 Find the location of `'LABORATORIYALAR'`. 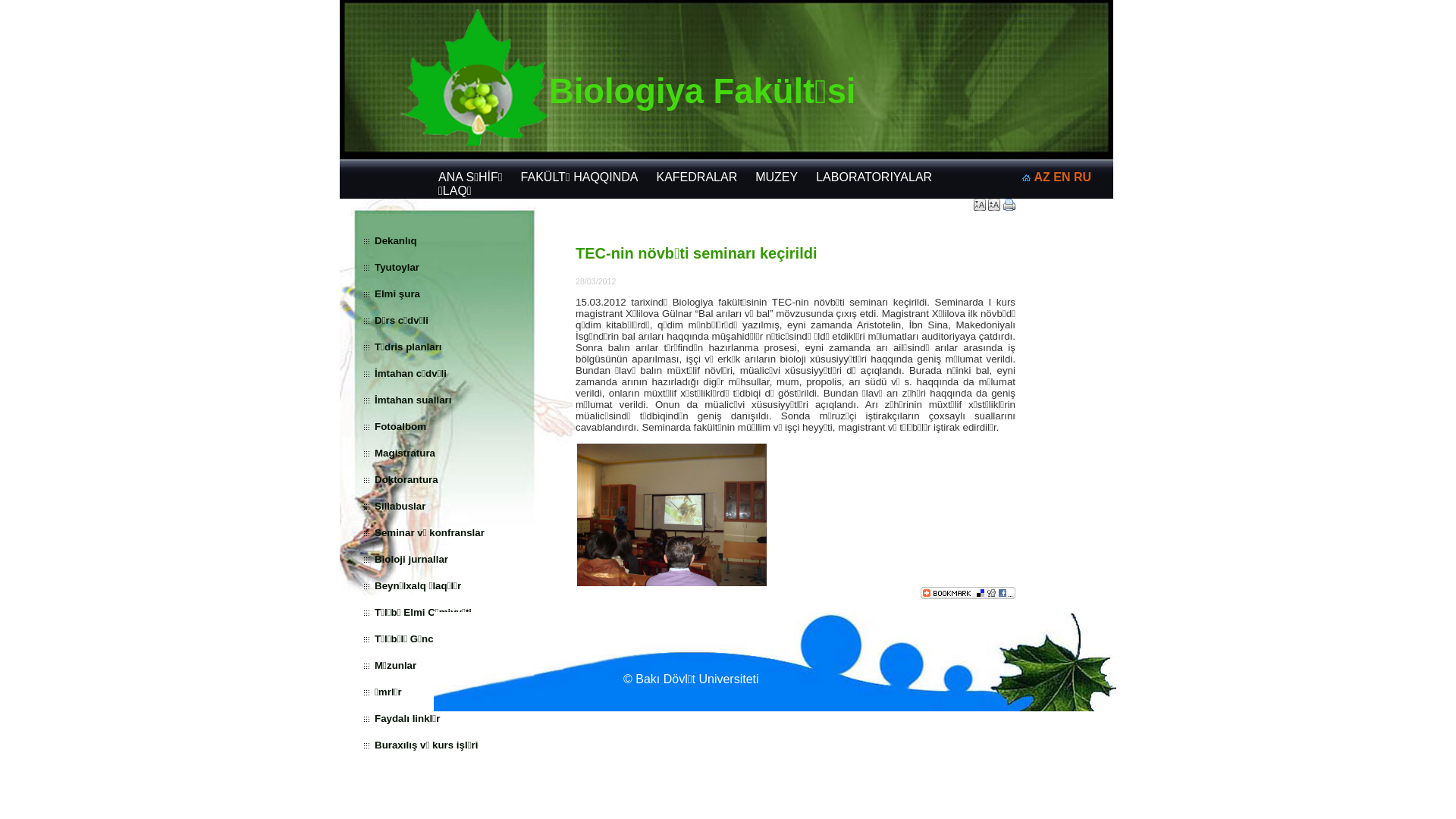

'LABORATORIYALAR' is located at coordinates (874, 176).